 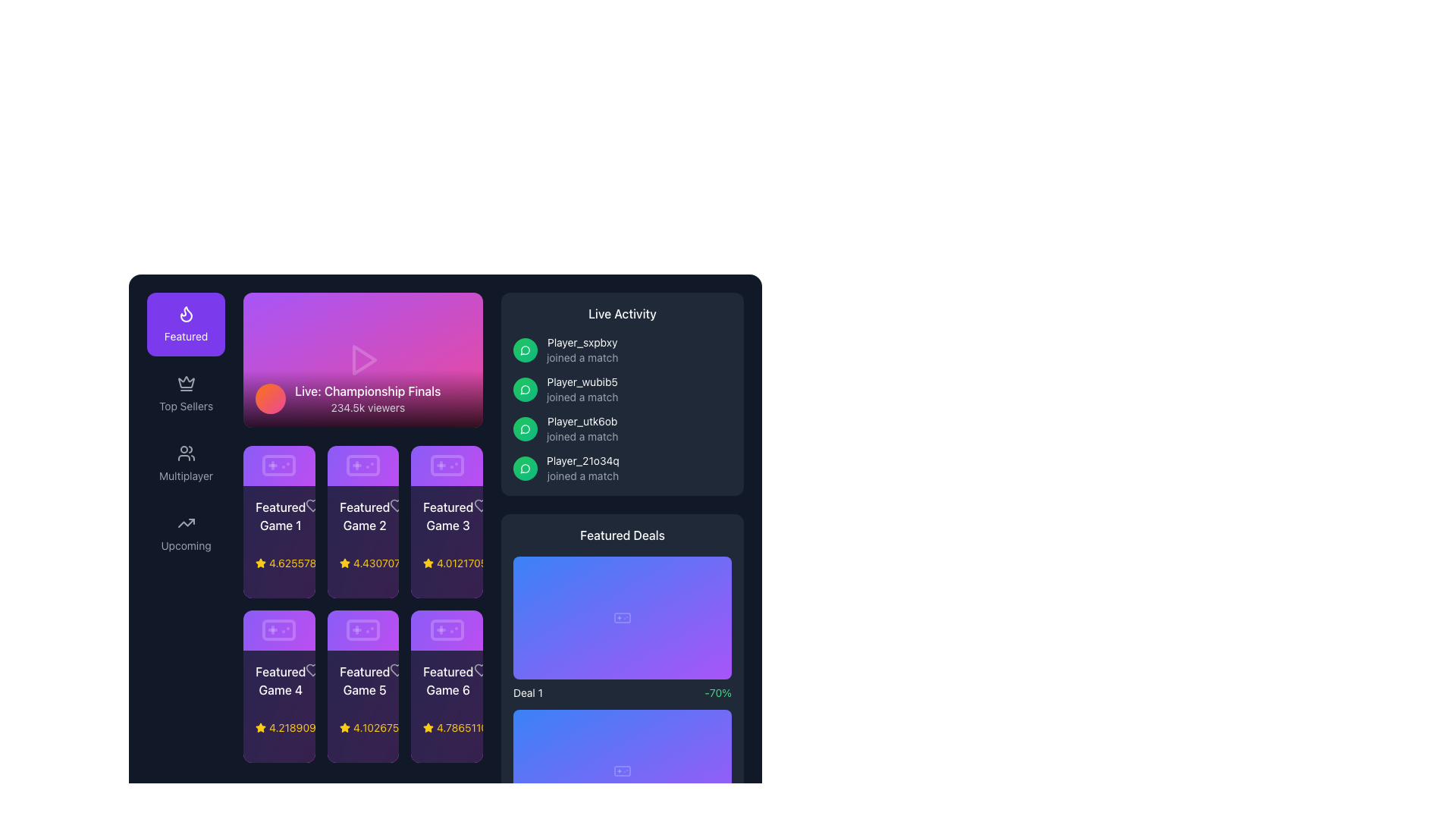 What do you see at coordinates (582, 460) in the screenshot?
I see `the text 'Player_21o34q joined a match'` at bounding box center [582, 460].